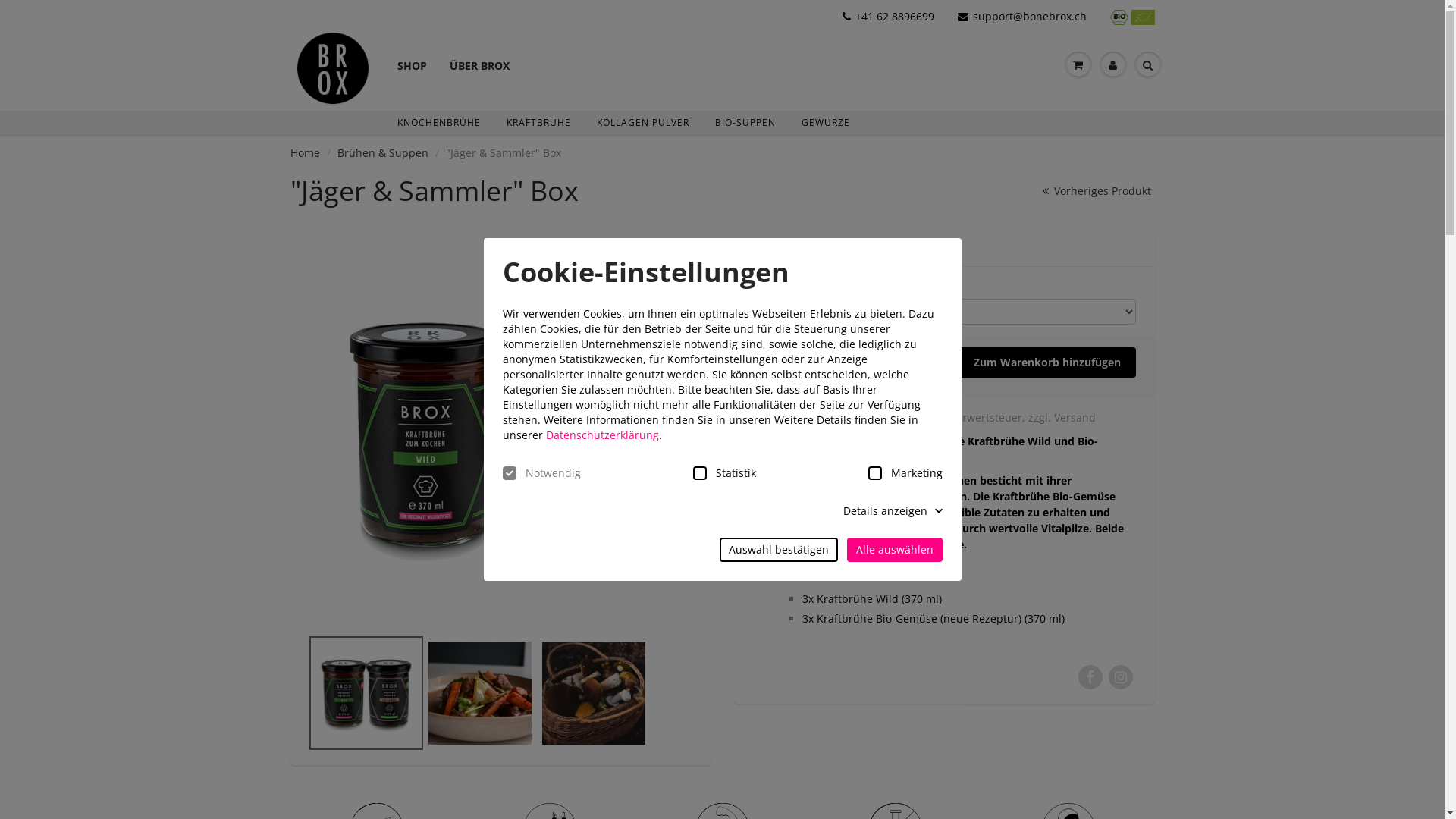 The image size is (1456, 819). I want to click on 'SHOP', so click(411, 52).